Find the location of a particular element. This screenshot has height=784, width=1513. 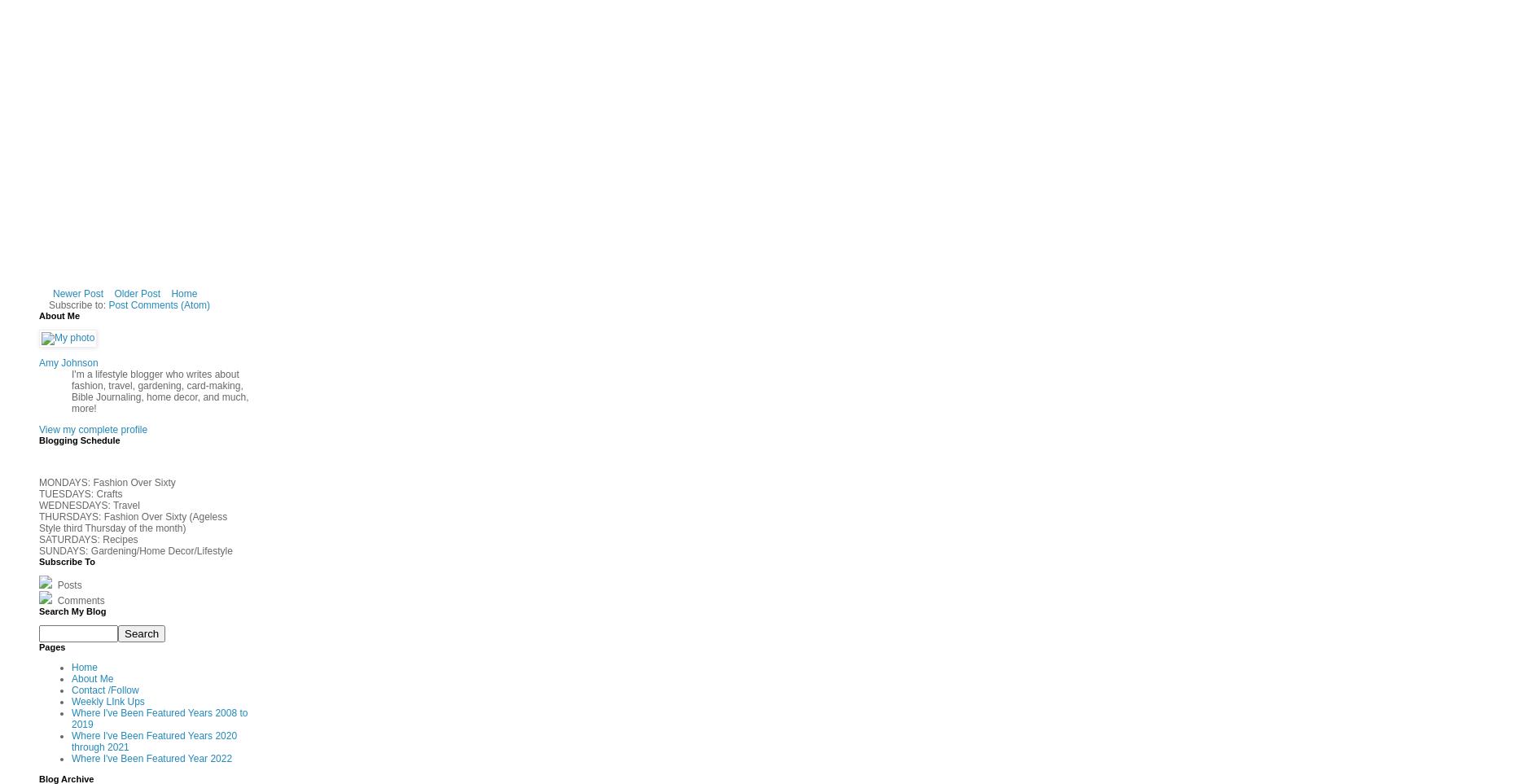

'Subscribe To' is located at coordinates (65, 561).